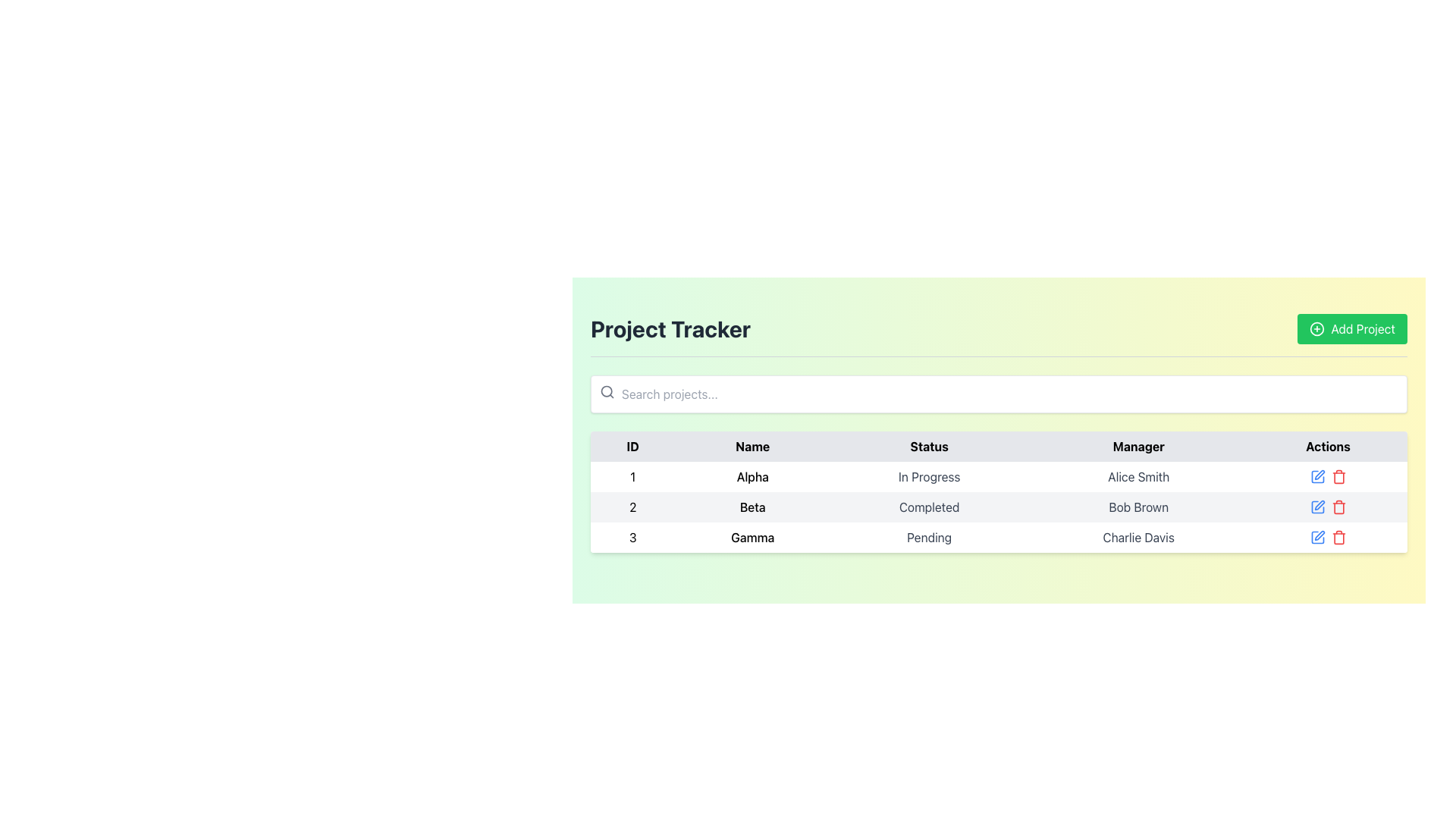  Describe the element at coordinates (928, 446) in the screenshot. I see `the 'Status' header text label, which indicates the type of data in the status column of the table` at that location.